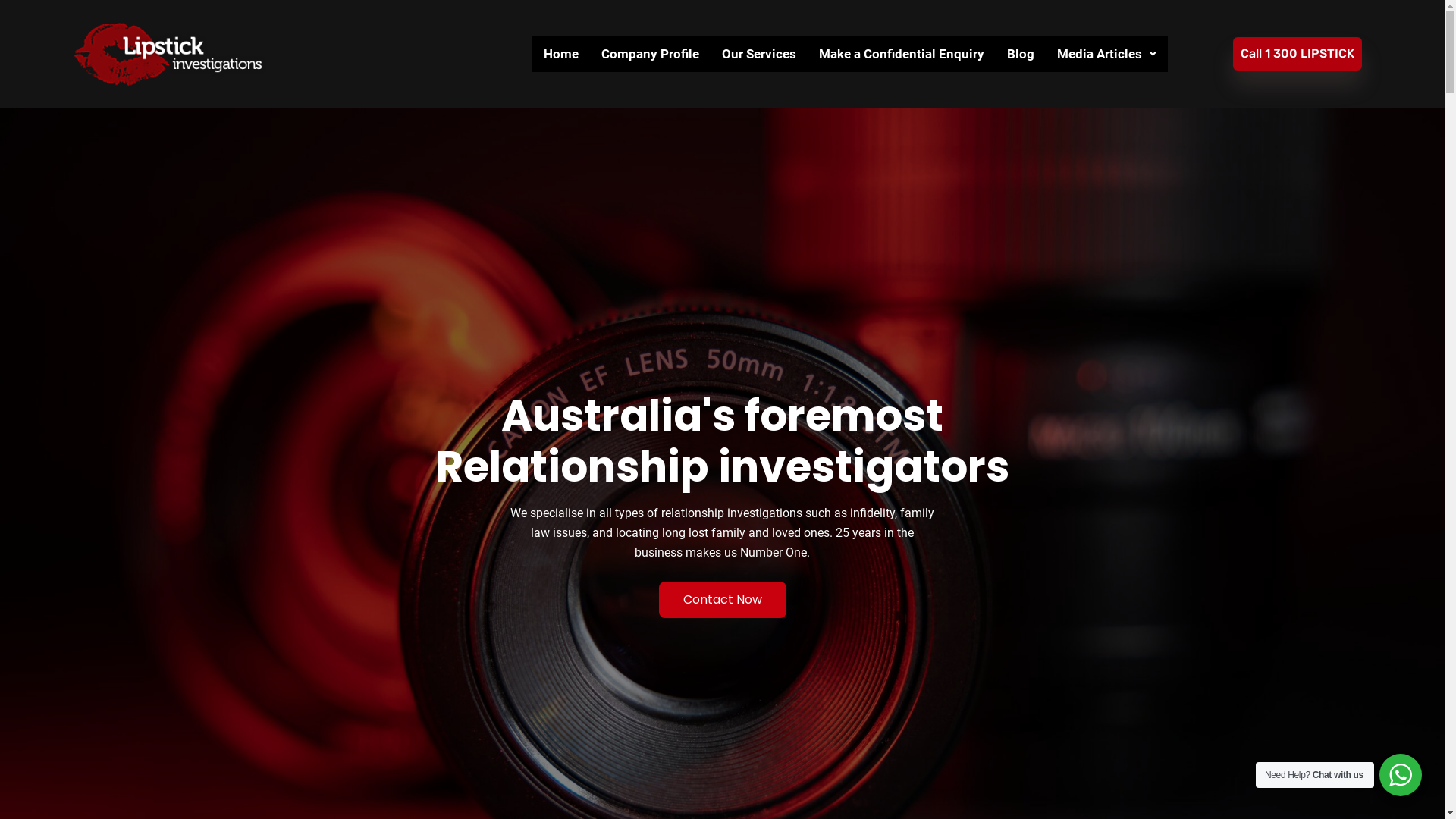 The height and width of the screenshot is (819, 1456). What do you see at coordinates (650, 53) in the screenshot?
I see `'Company Profile'` at bounding box center [650, 53].